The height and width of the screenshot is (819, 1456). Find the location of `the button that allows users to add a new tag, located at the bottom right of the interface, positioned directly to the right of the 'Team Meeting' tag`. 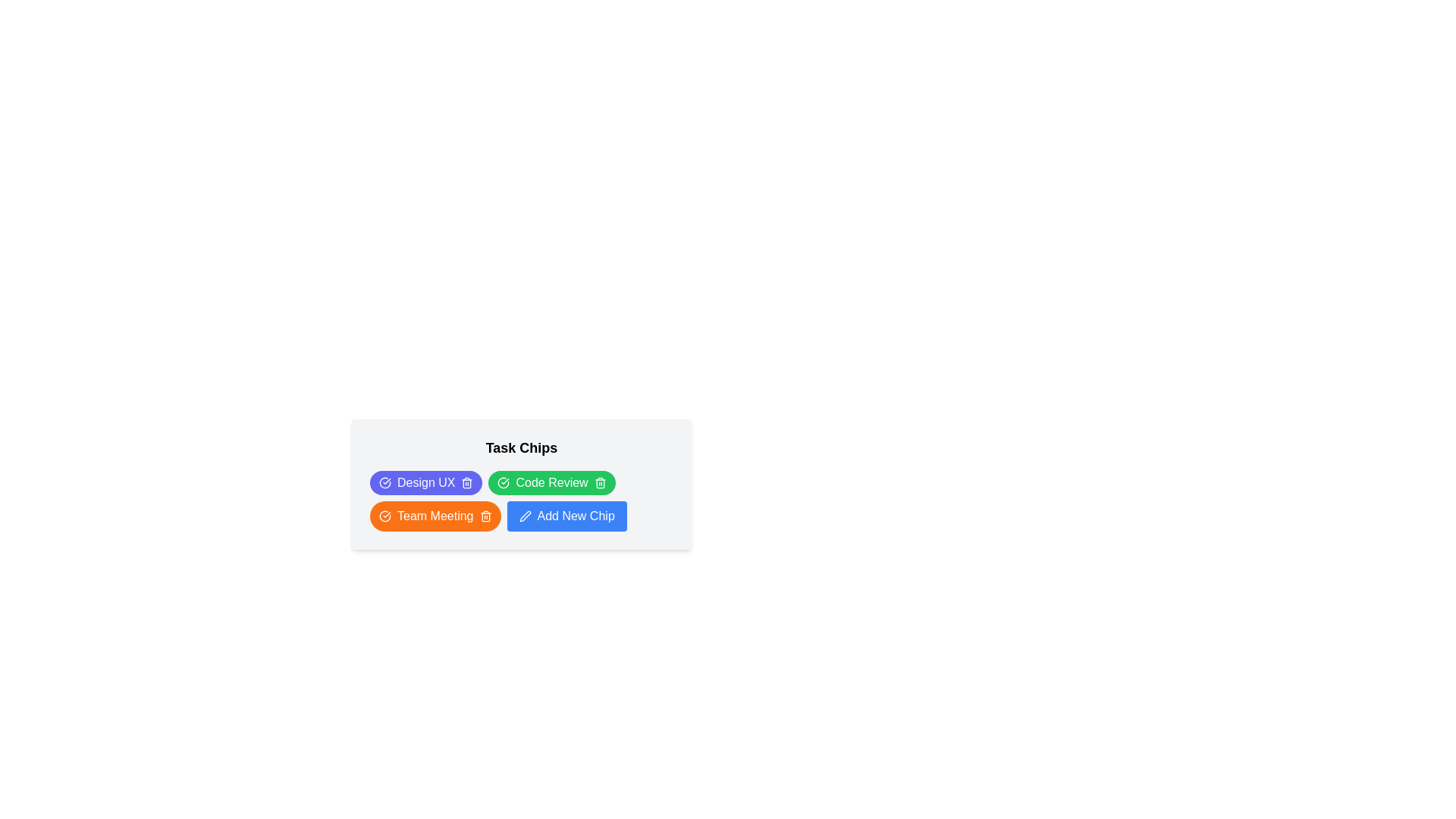

the button that allows users to add a new tag, located at the bottom right of the interface, positioned directly to the right of the 'Team Meeting' tag is located at coordinates (566, 516).